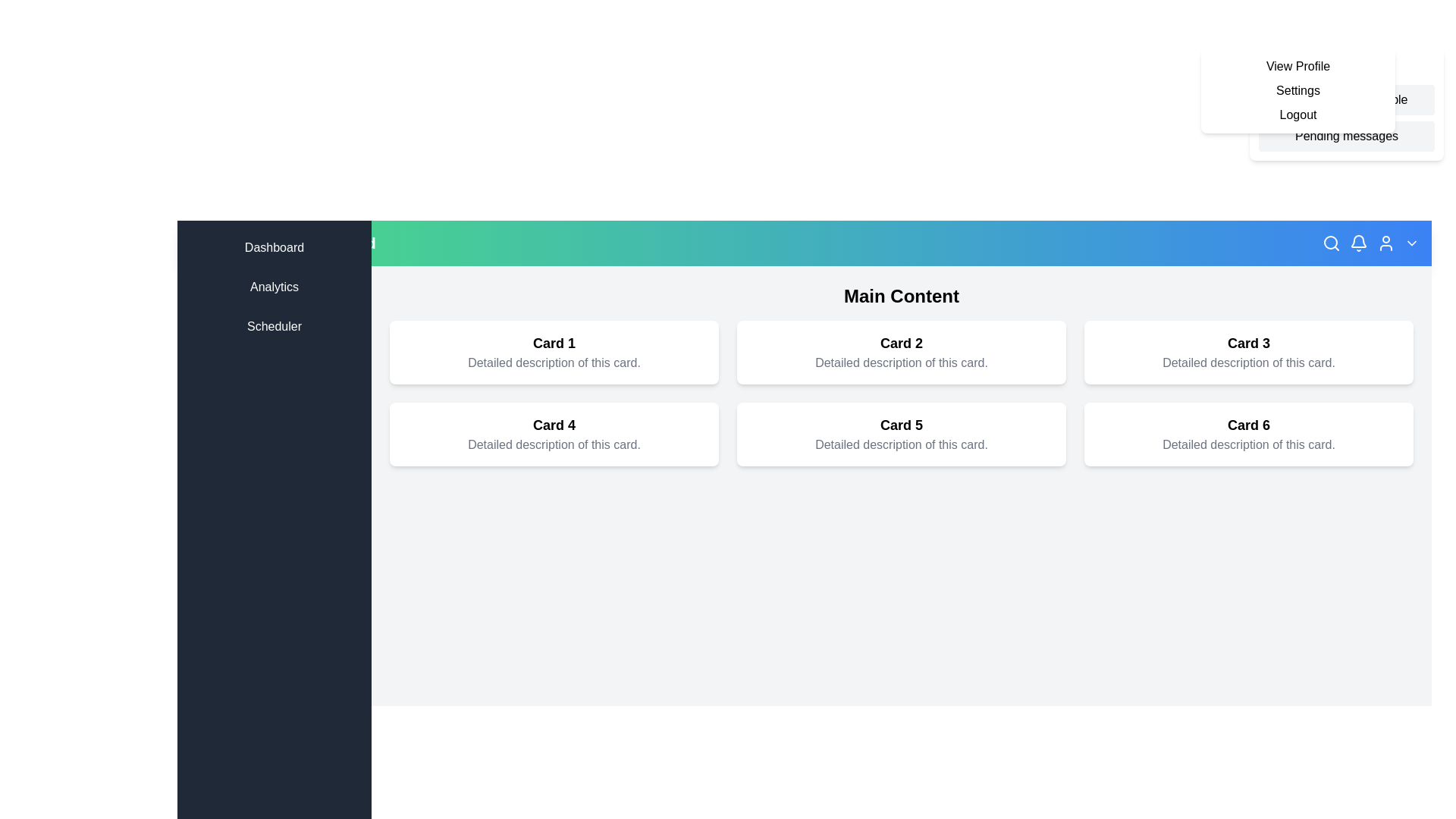  I want to click on the lower portion of the notification bell icon located in the top-right navigation bar of the application interface, so click(1358, 240).